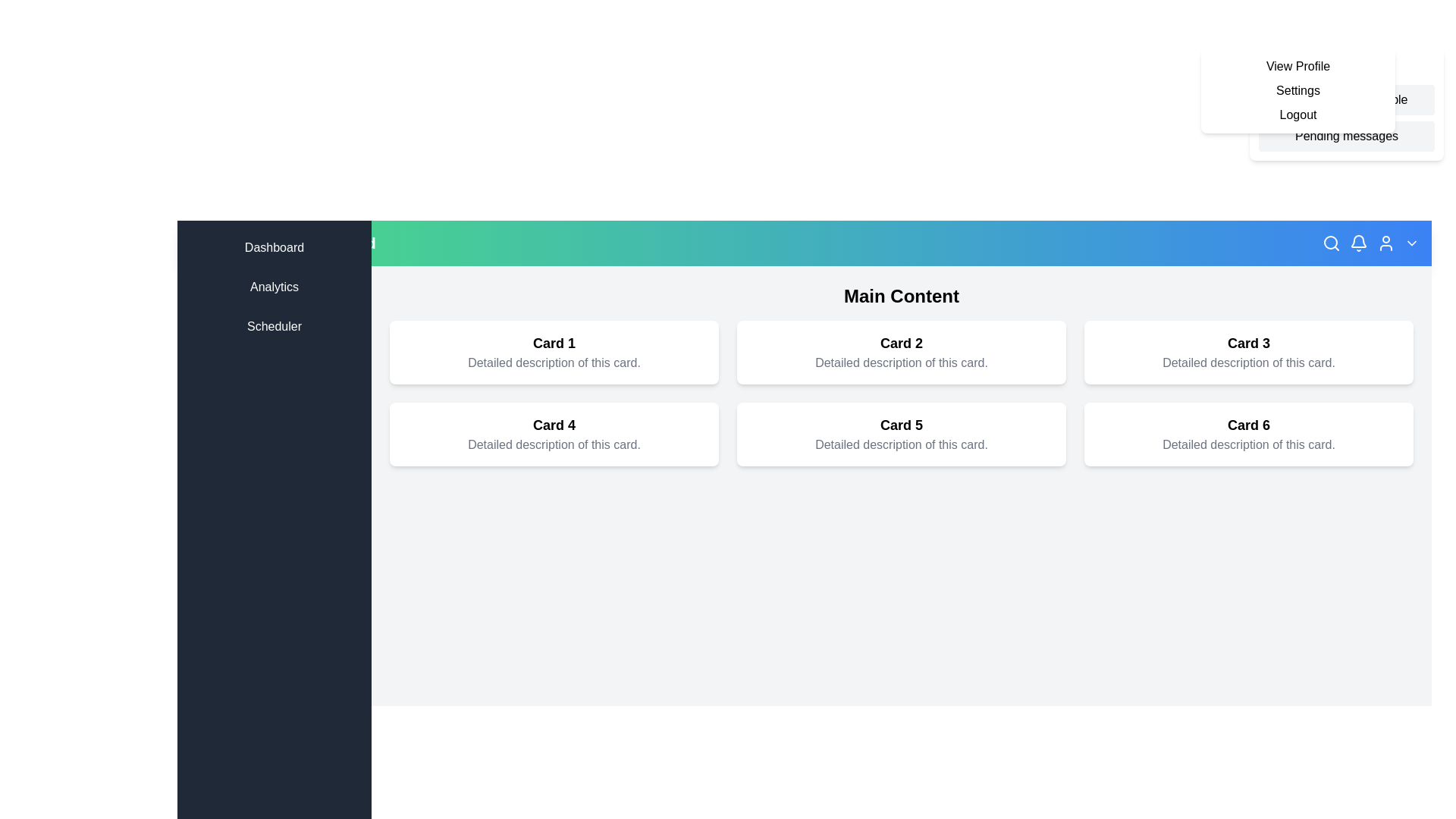  I want to click on the lower portion of the notification bell icon located in the top-right navigation bar of the application interface, so click(1358, 240).